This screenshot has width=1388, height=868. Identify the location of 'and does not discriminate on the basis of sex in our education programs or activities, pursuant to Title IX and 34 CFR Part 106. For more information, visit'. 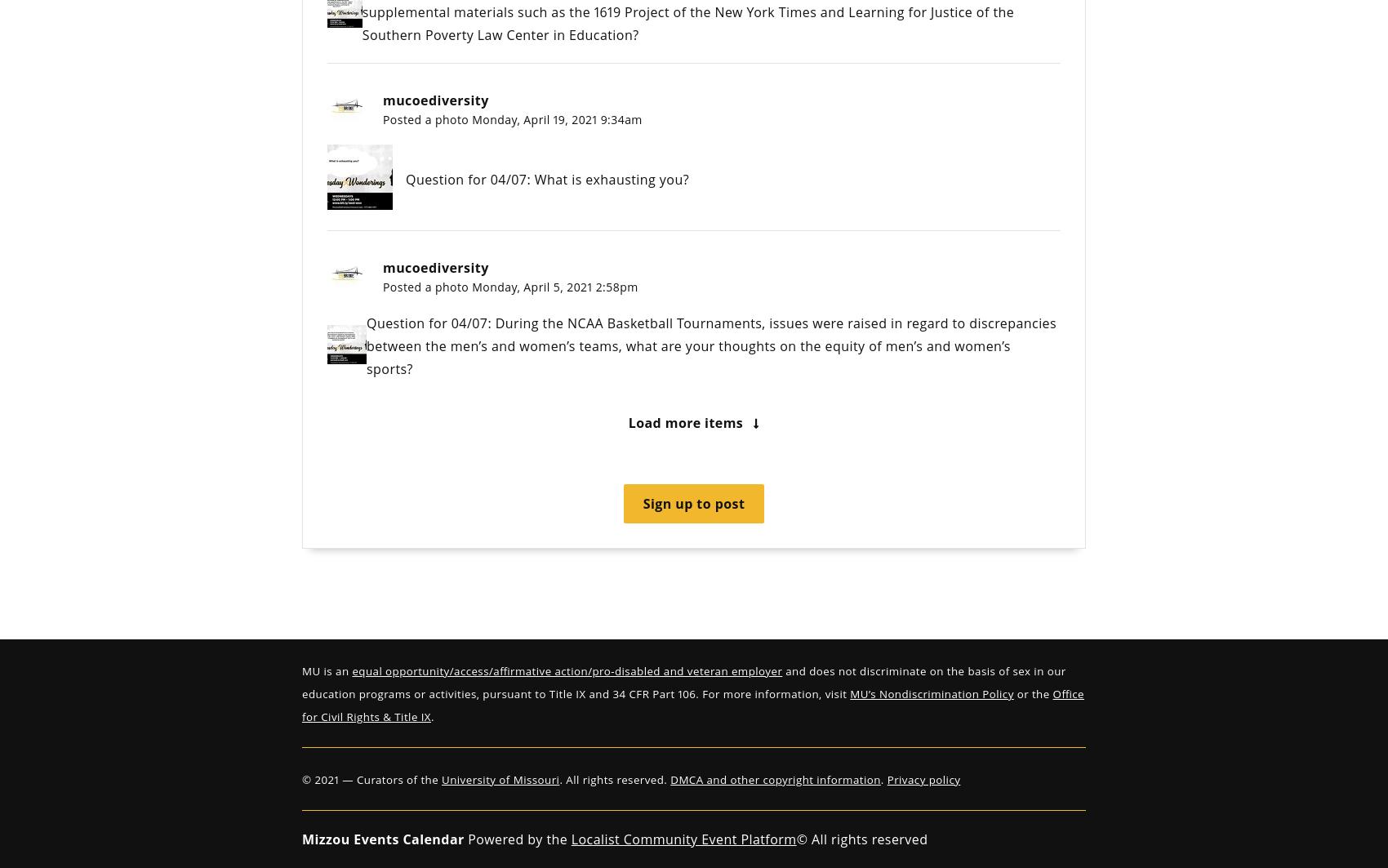
(683, 682).